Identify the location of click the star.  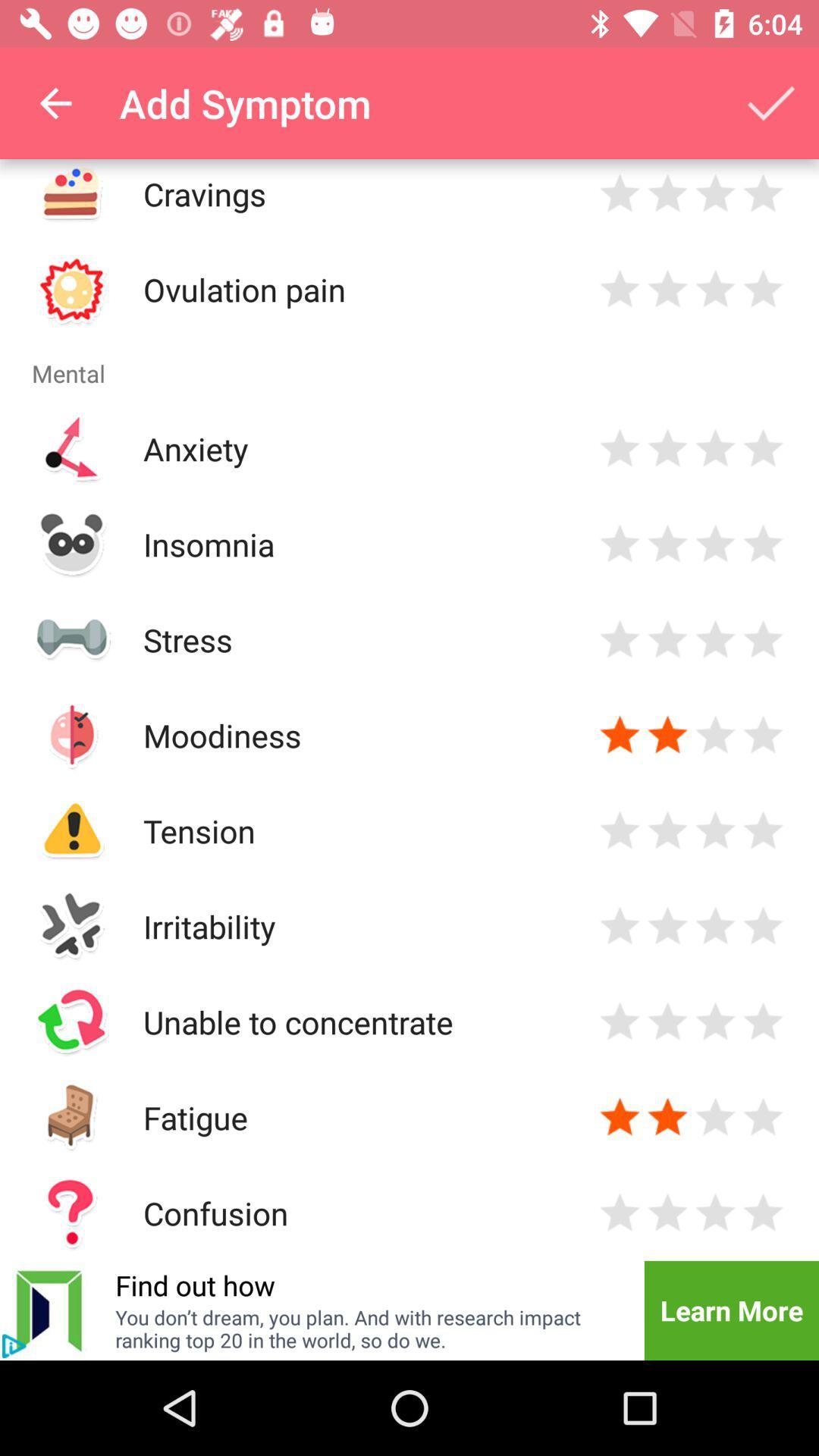
(667, 193).